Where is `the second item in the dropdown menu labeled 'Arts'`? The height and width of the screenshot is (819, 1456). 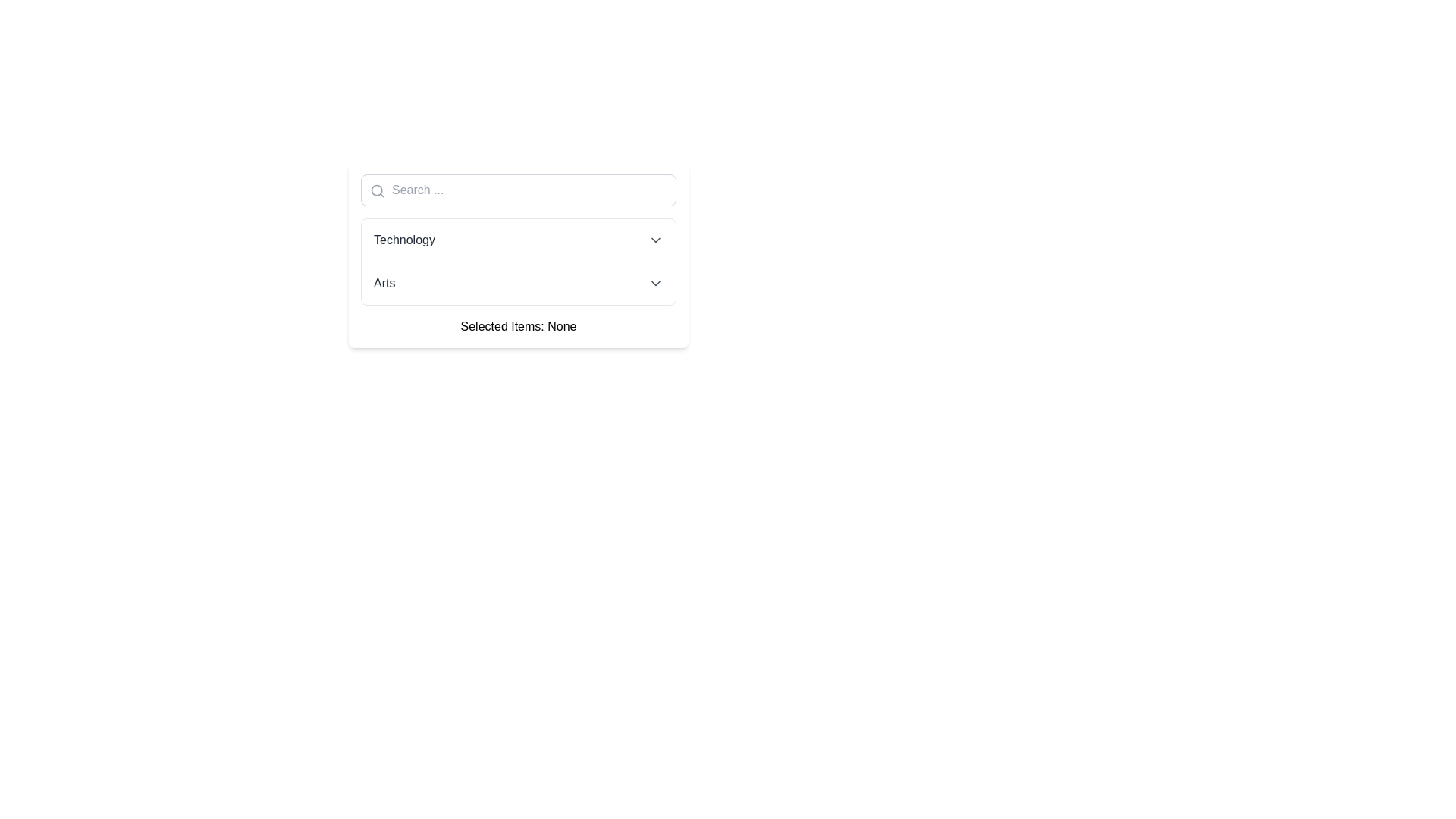 the second item in the dropdown menu labeled 'Arts' is located at coordinates (519, 284).